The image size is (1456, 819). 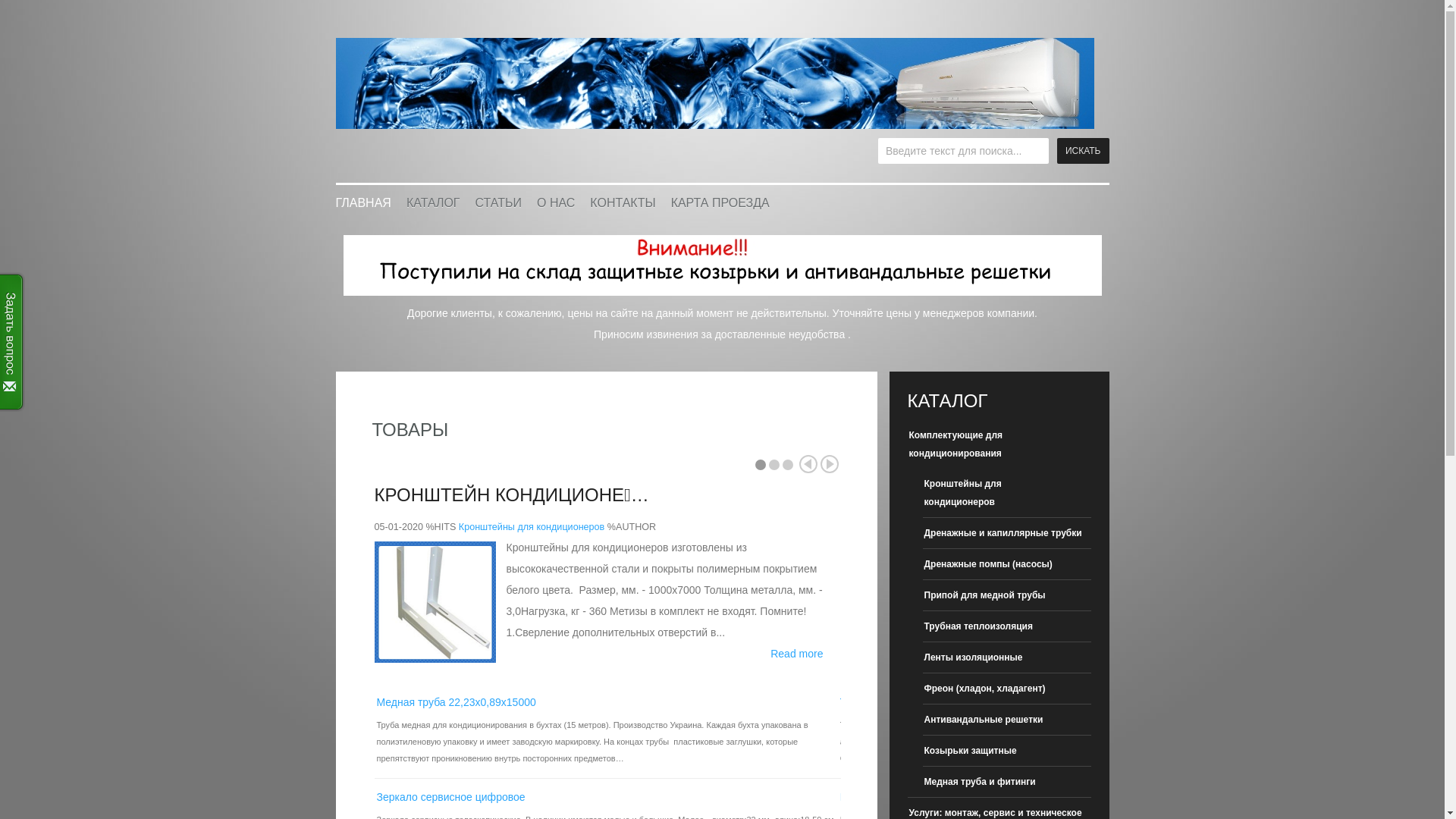 What do you see at coordinates (761, 464) in the screenshot?
I see `'1'` at bounding box center [761, 464].